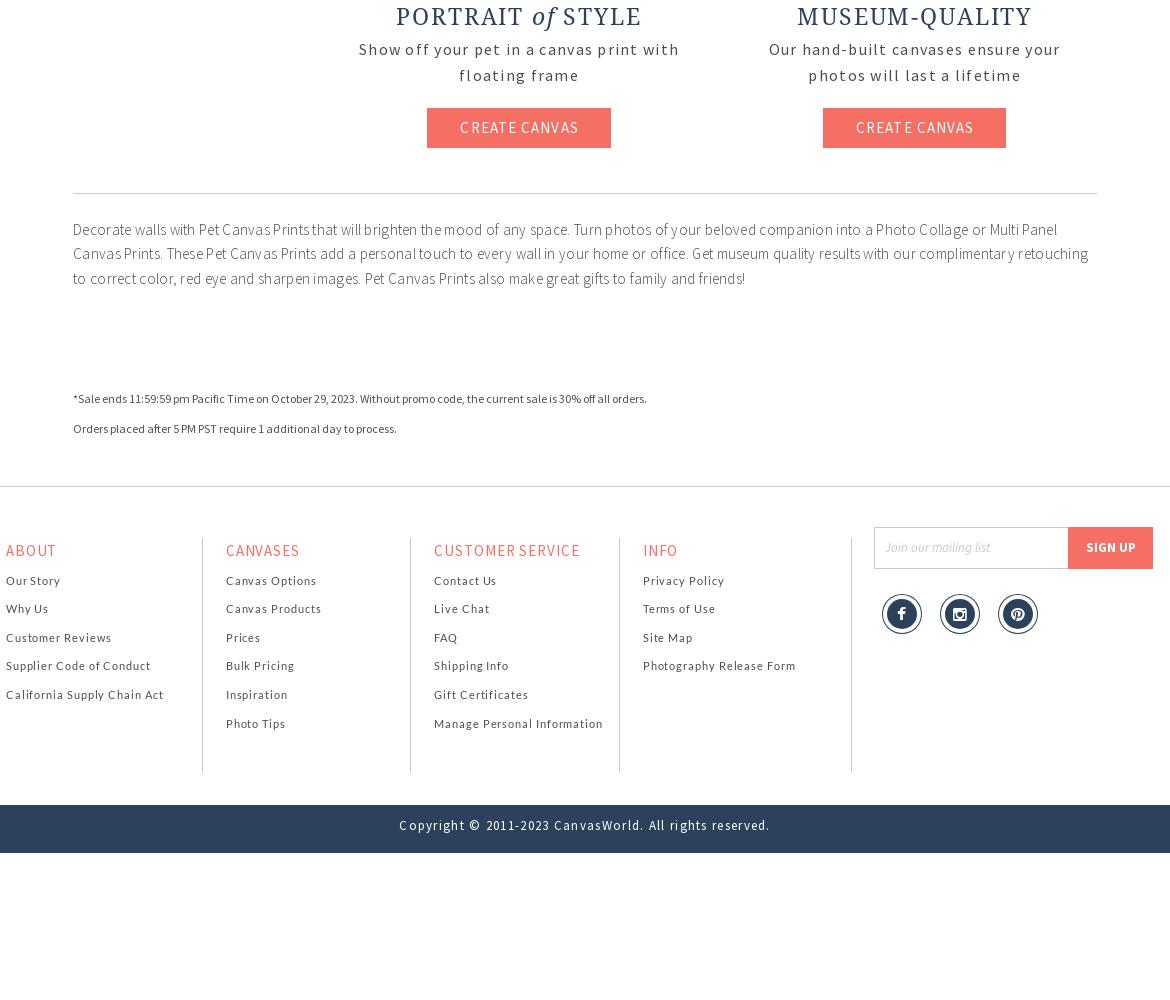  Describe the element at coordinates (541, 17) in the screenshot. I see `'of'` at that location.